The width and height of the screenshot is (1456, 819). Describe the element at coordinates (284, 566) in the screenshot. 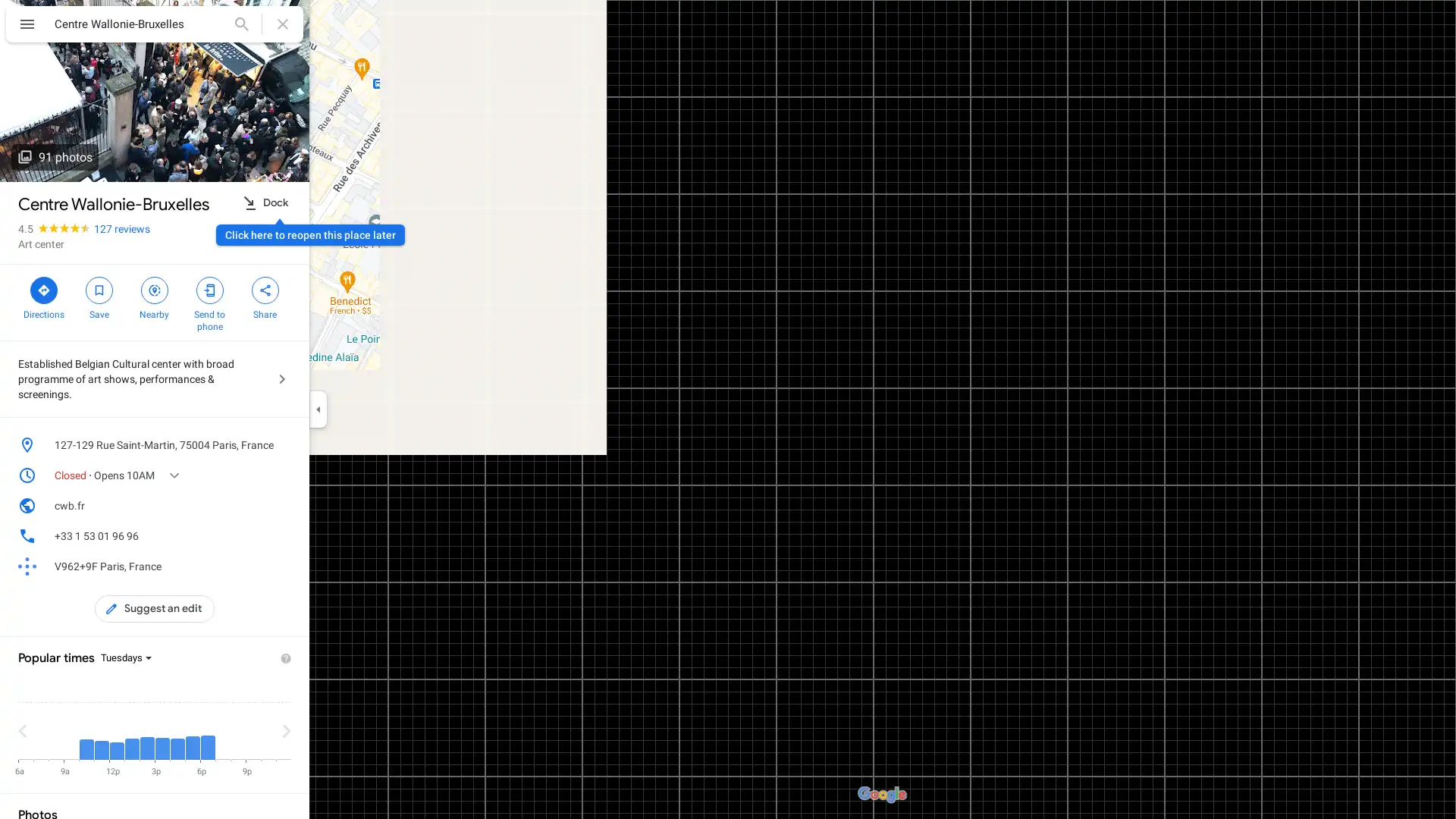

I see `Learn more about plus codes` at that location.